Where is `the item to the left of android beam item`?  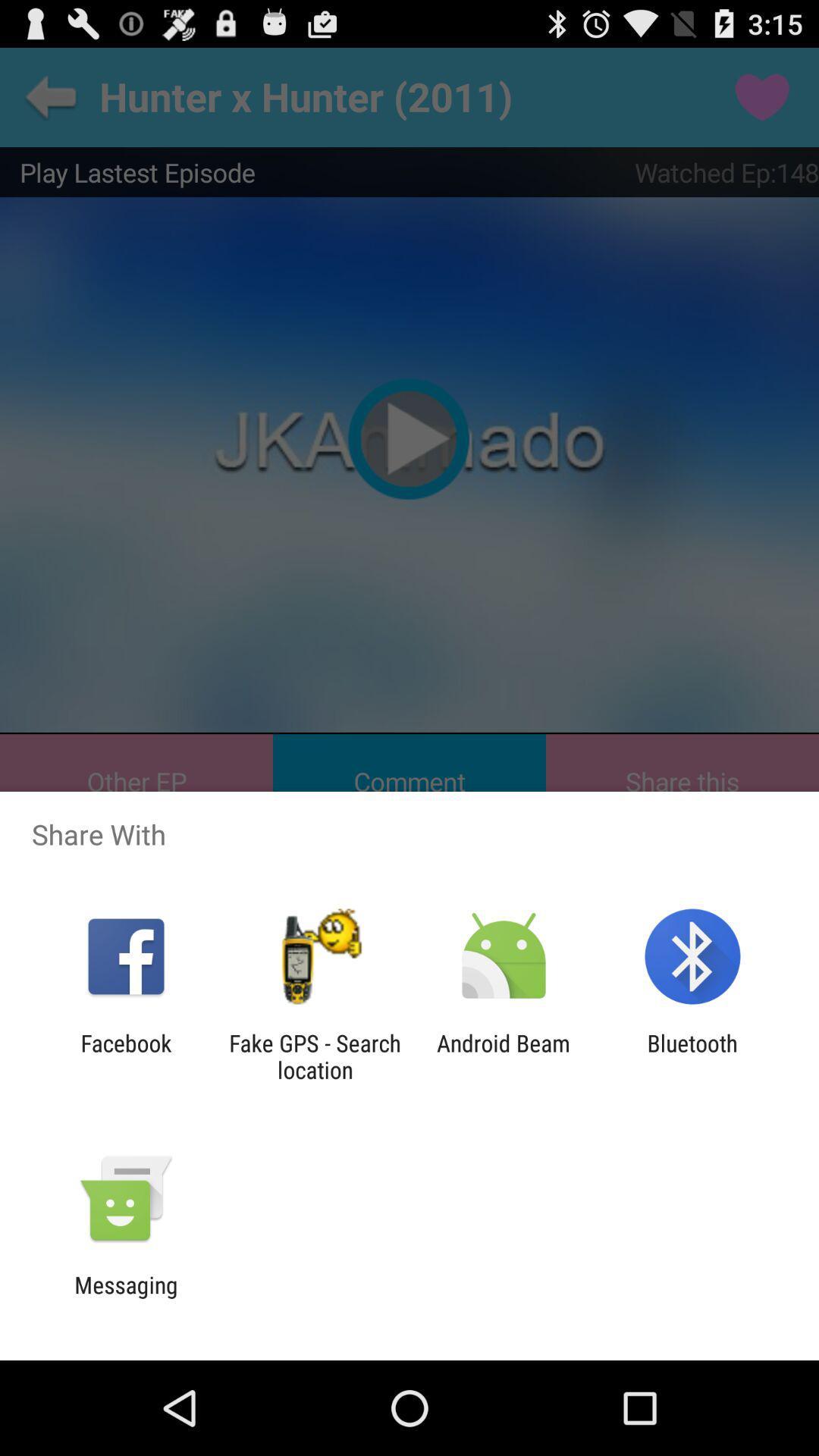 the item to the left of android beam item is located at coordinates (314, 1056).